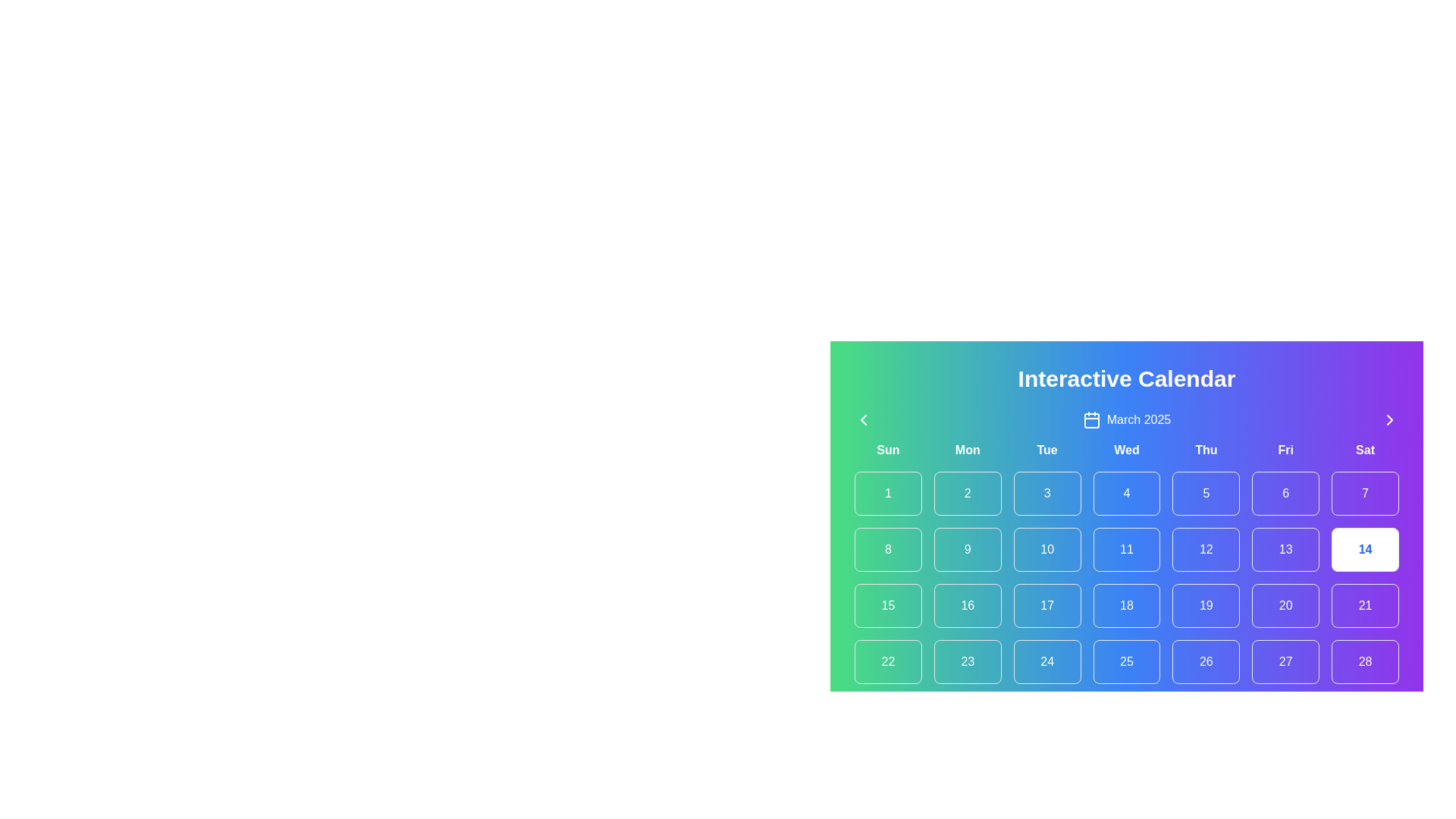 Image resolution: width=1456 pixels, height=819 pixels. Describe the element at coordinates (1127, 420) in the screenshot. I see `Label with icon that displays the currently selected month and year, specifically showing 'March 2025' in the calendar interface` at that location.